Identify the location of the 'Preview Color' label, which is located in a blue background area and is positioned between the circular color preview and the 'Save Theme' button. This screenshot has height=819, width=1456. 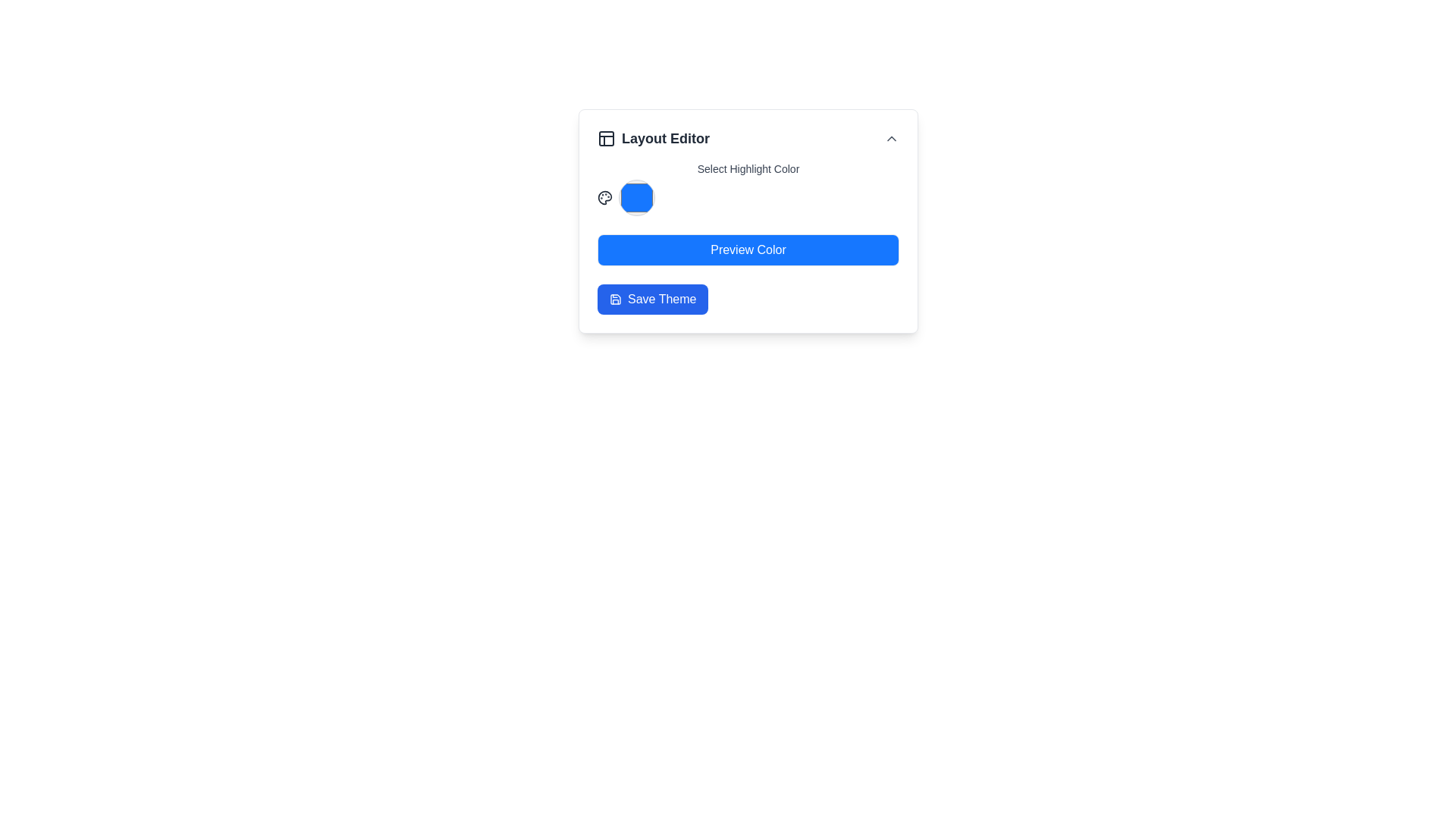
(748, 249).